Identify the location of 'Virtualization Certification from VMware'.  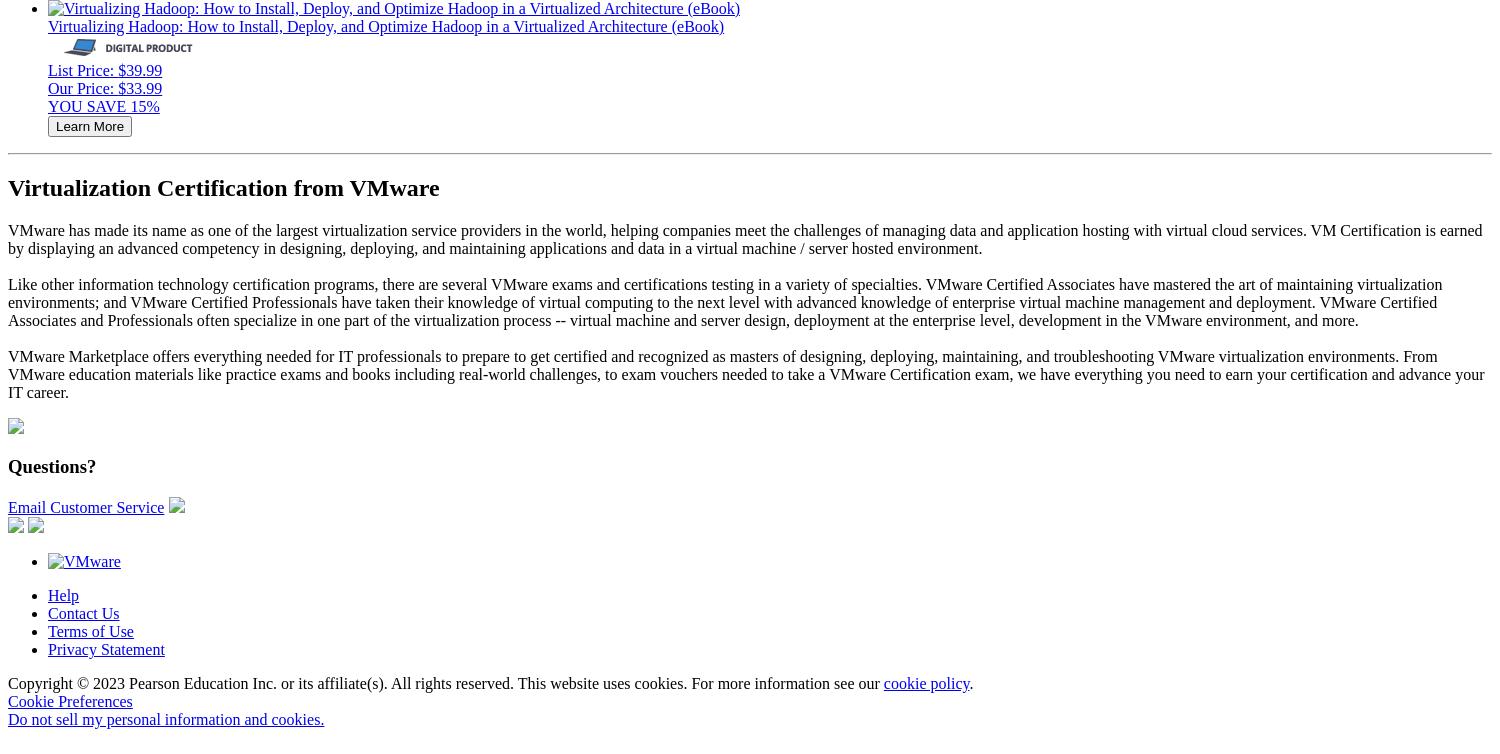
(222, 186).